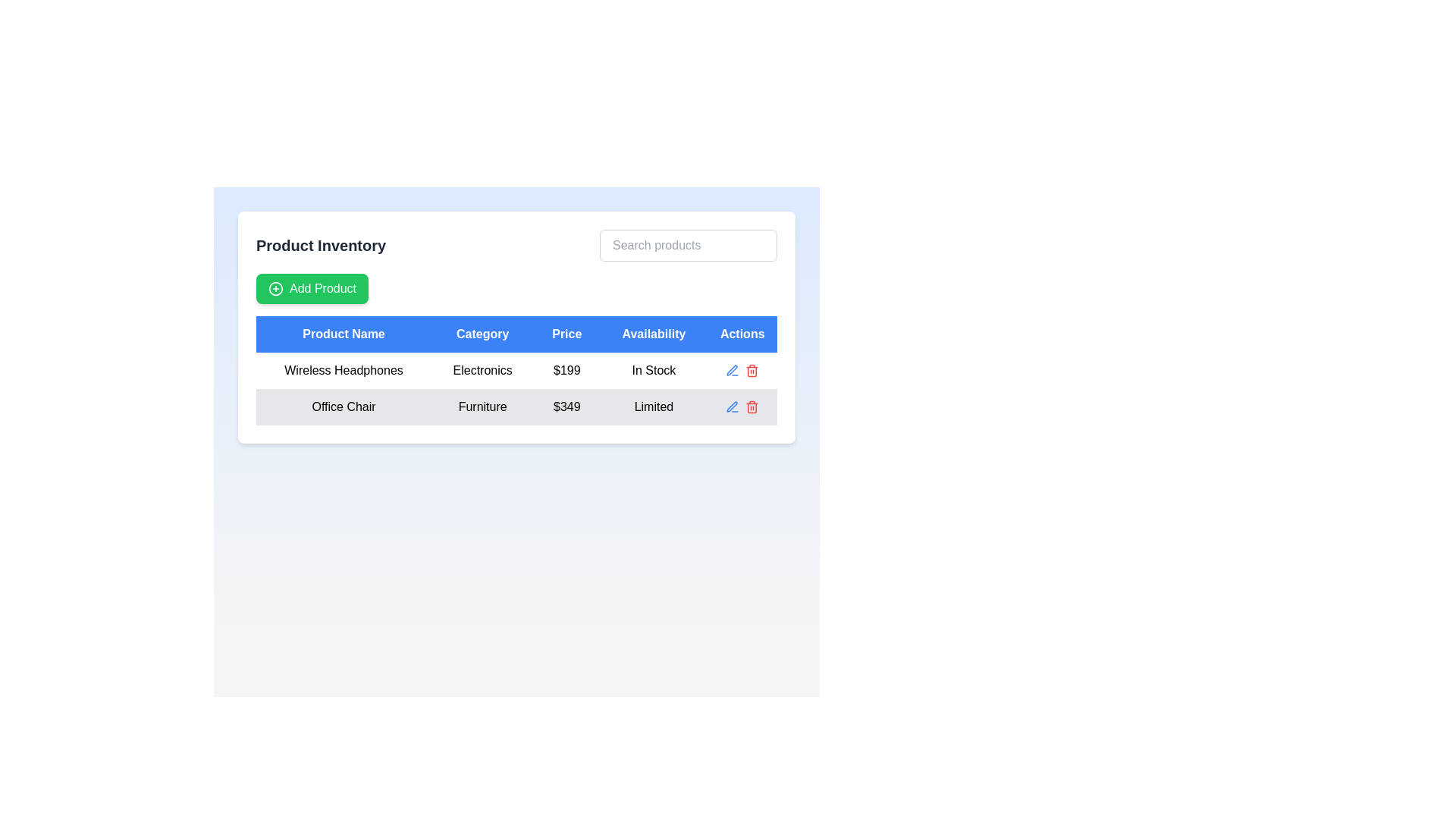  Describe the element at coordinates (482, 333) in the screenshot. I see `the 'Category' text header element, which is the second header in a blue header row of a table, positioned between 'Product Name' and 'Price'` at that location.